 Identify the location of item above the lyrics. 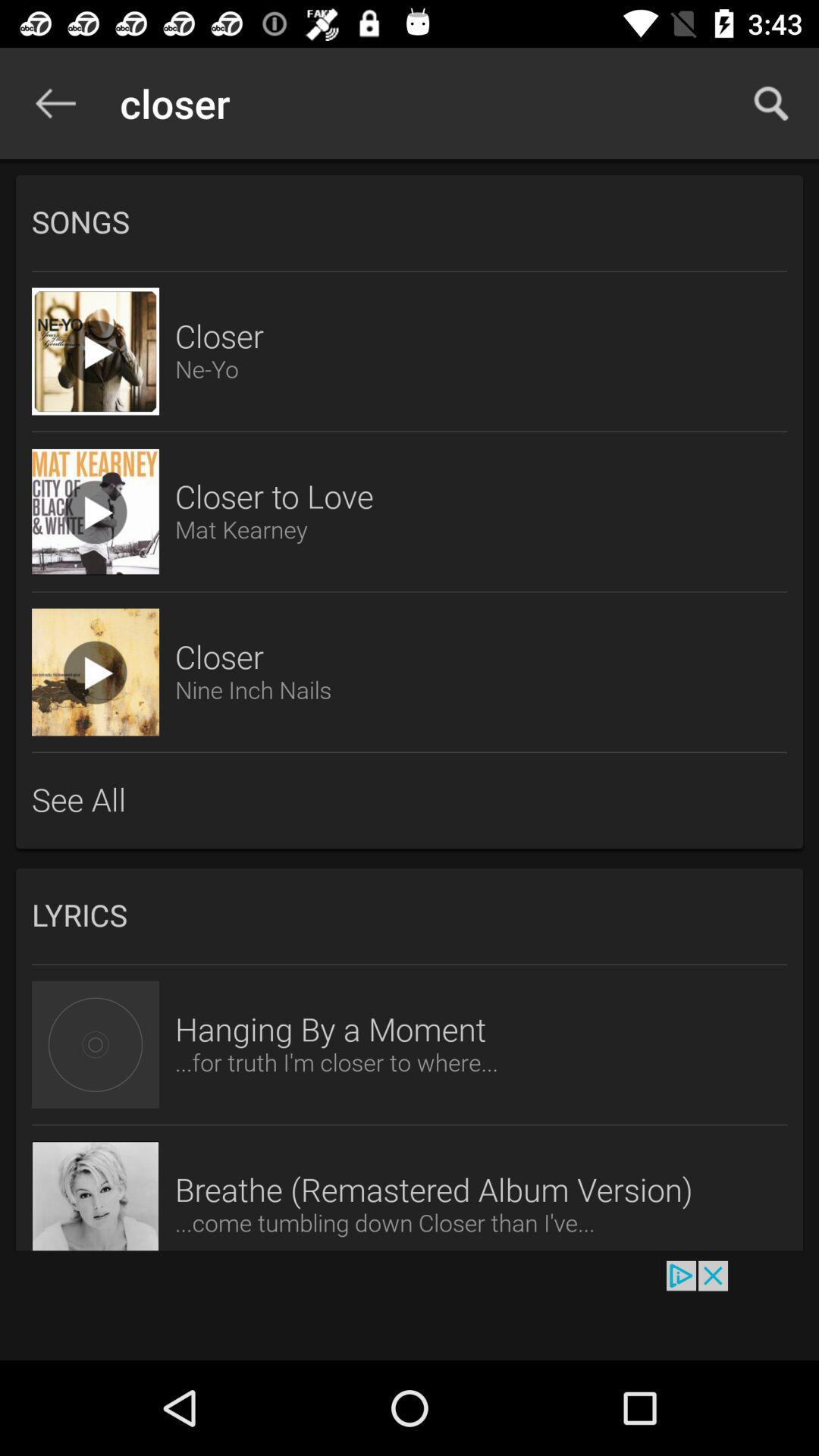
(409, 800).